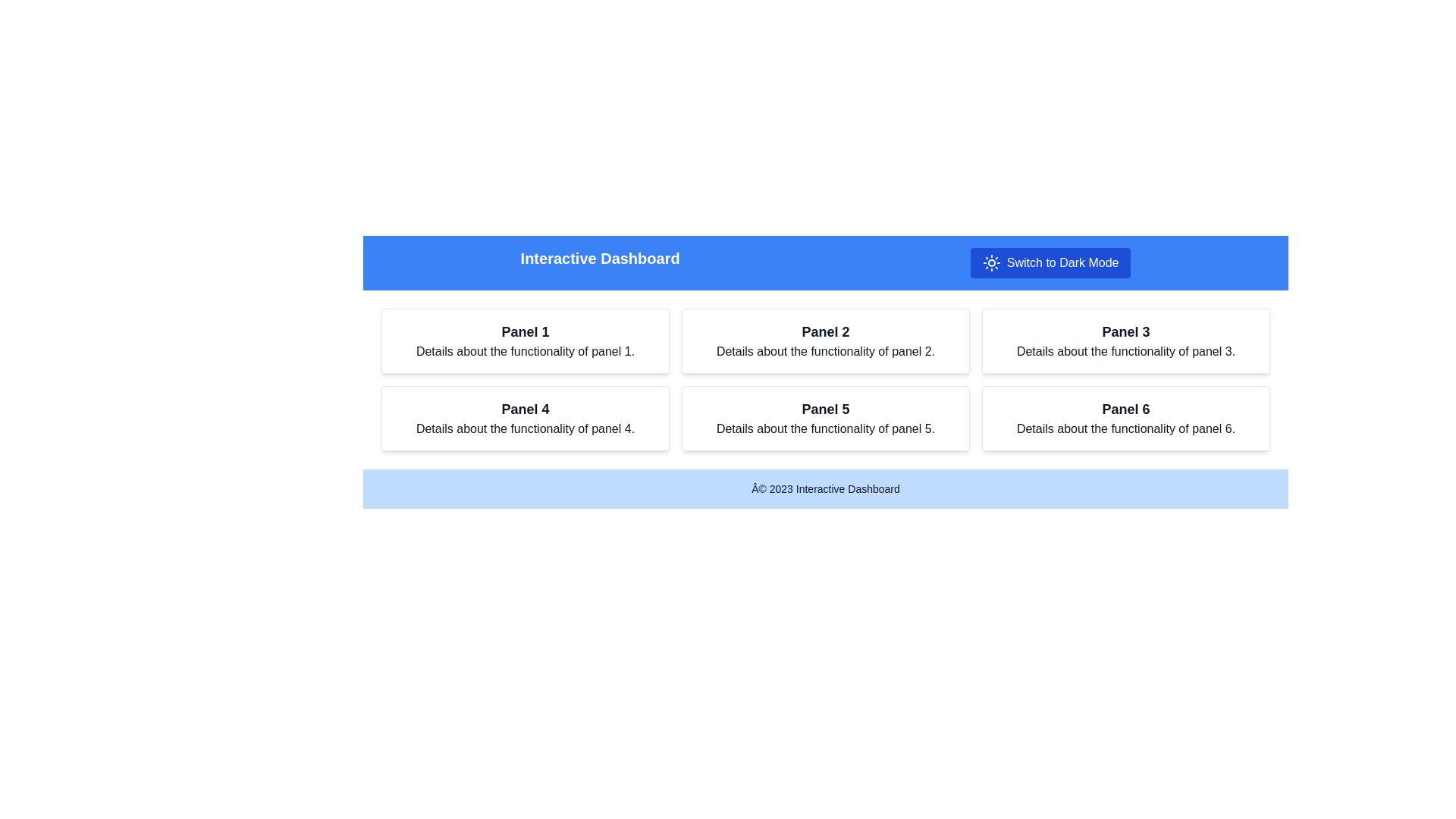 This screenshot has width=1456, height=819. What do you see at coordinates (825, 429) in the screenshot?
I see `descriptive text element for 'Panel 5', which is located in the center panel of the second row in a grid layout, positioned below its heading` at bounding box center [825, 429].